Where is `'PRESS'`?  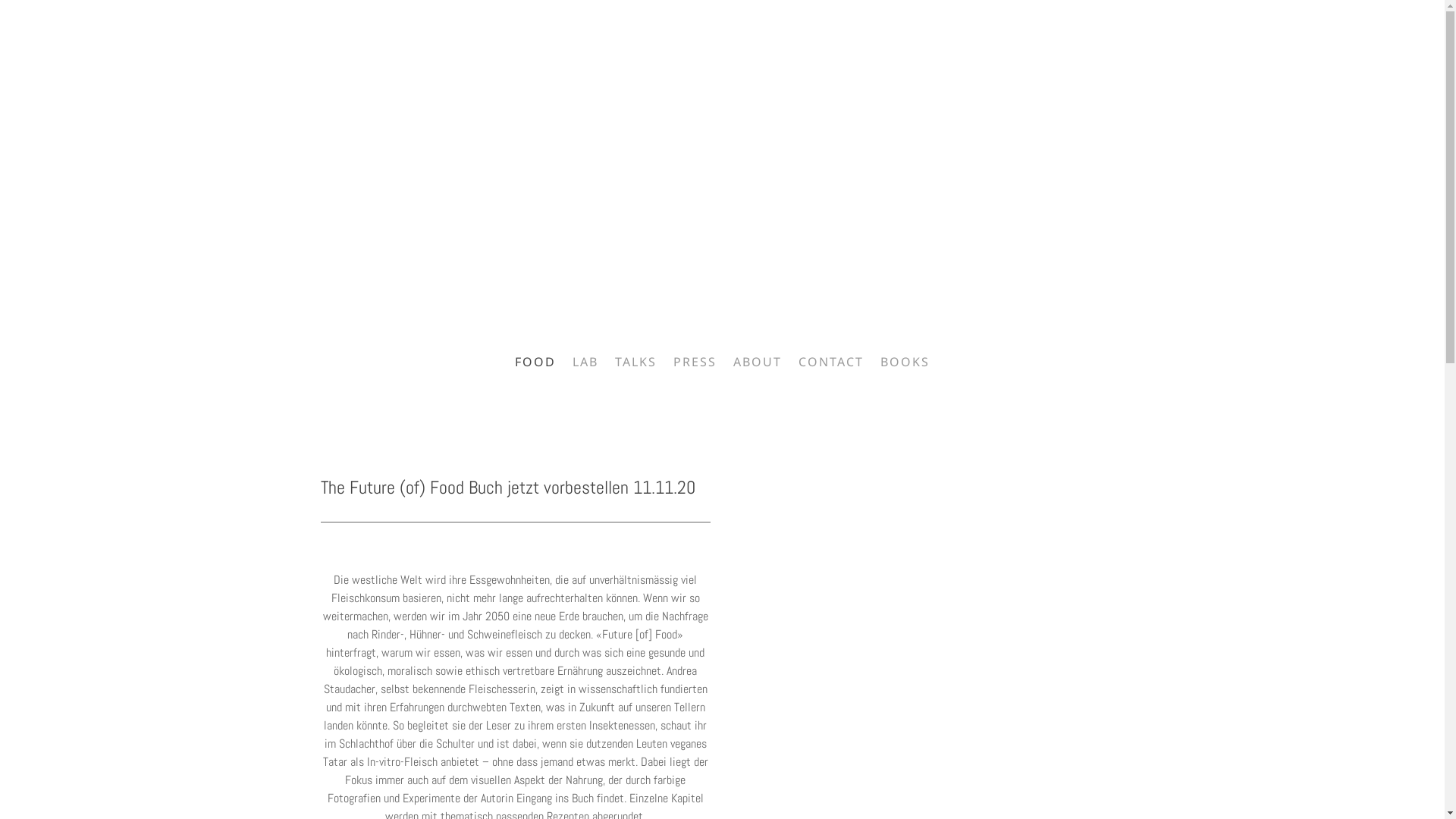 'PRESS' is located at coordinates (694, 362).